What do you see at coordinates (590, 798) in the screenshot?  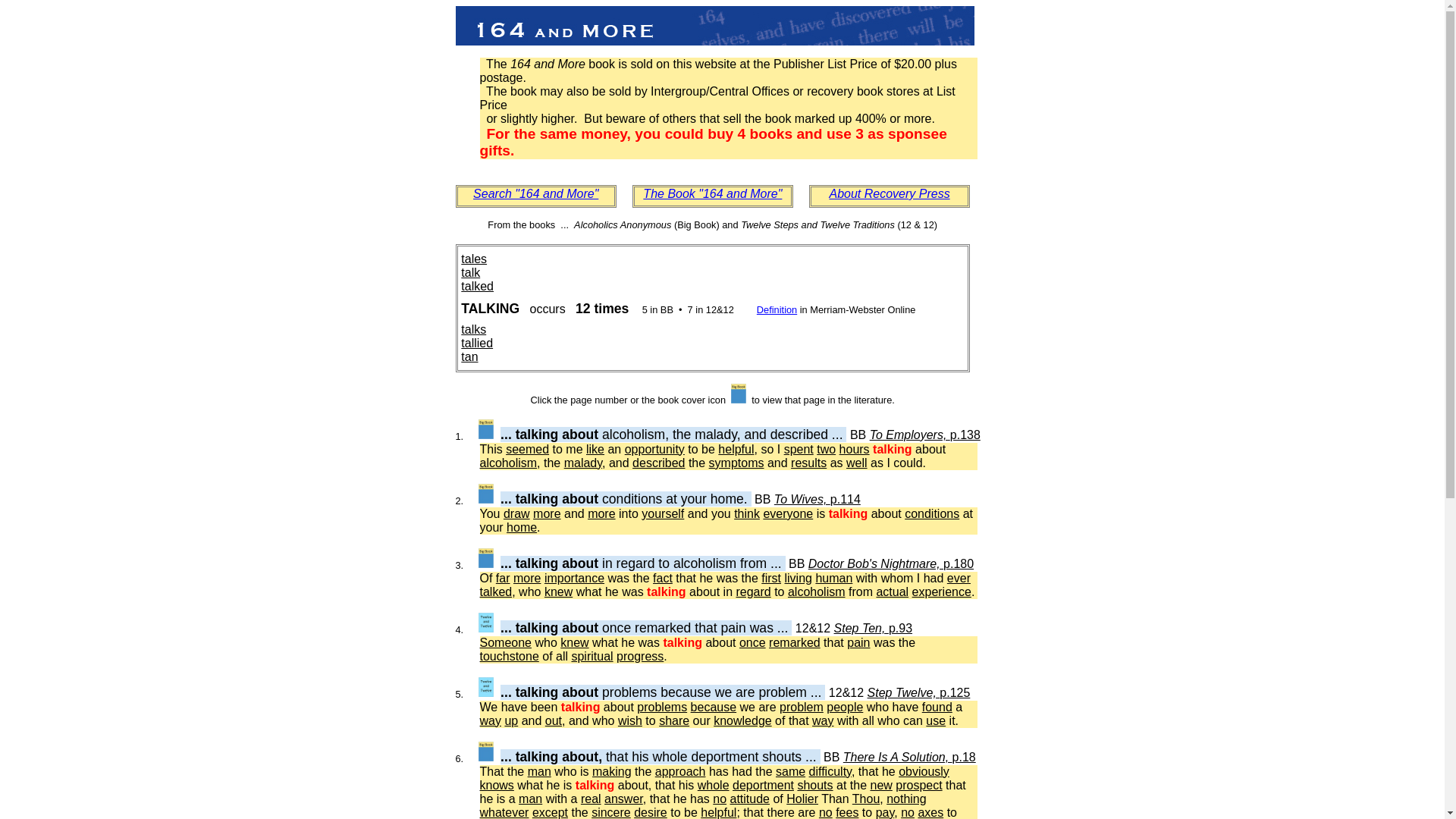 I see `'real'` at bounding box center [590, 798].